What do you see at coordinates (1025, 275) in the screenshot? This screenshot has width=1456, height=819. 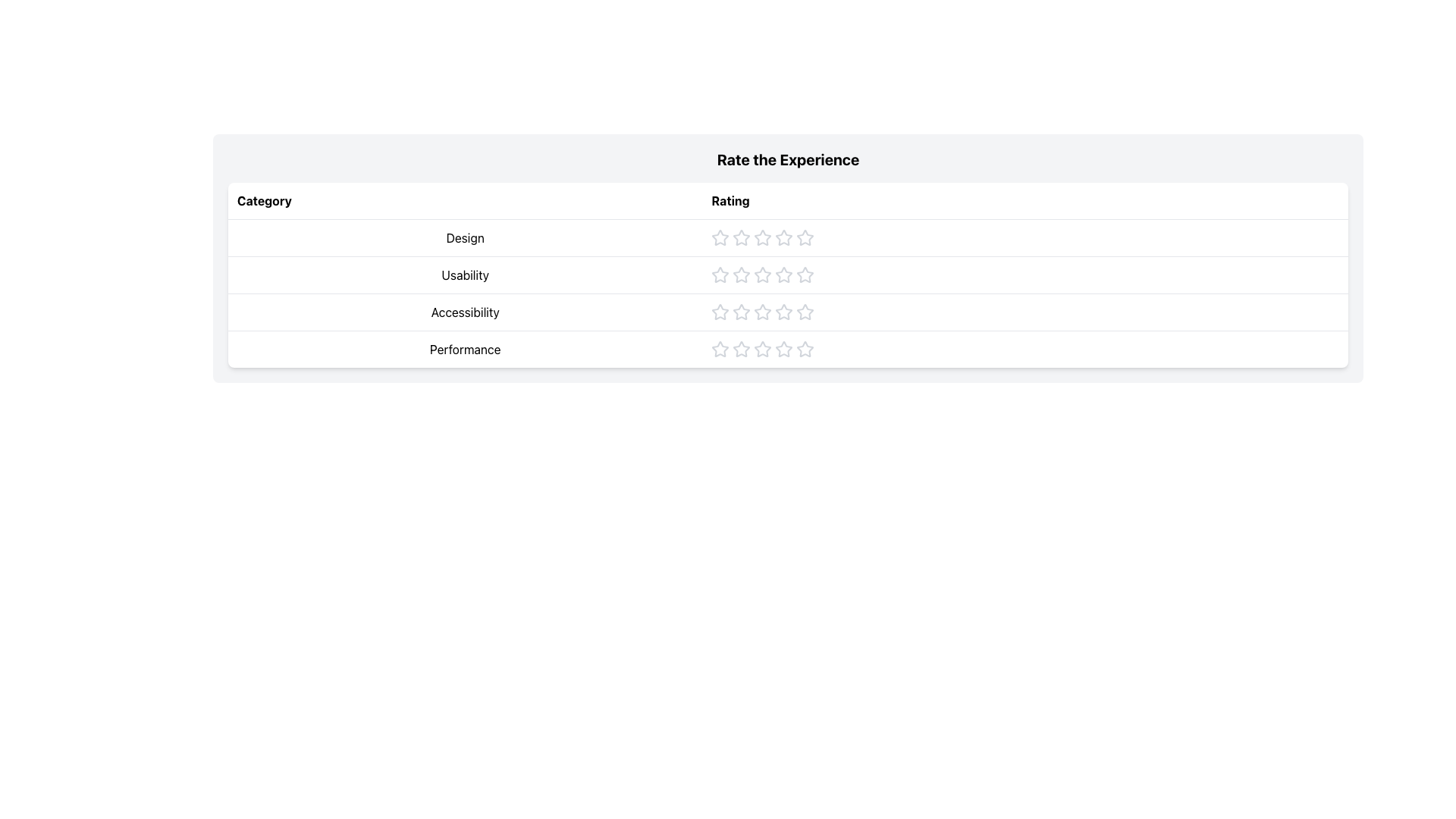 I see `a star in the Rating component` at bounding box center [1025, 275].